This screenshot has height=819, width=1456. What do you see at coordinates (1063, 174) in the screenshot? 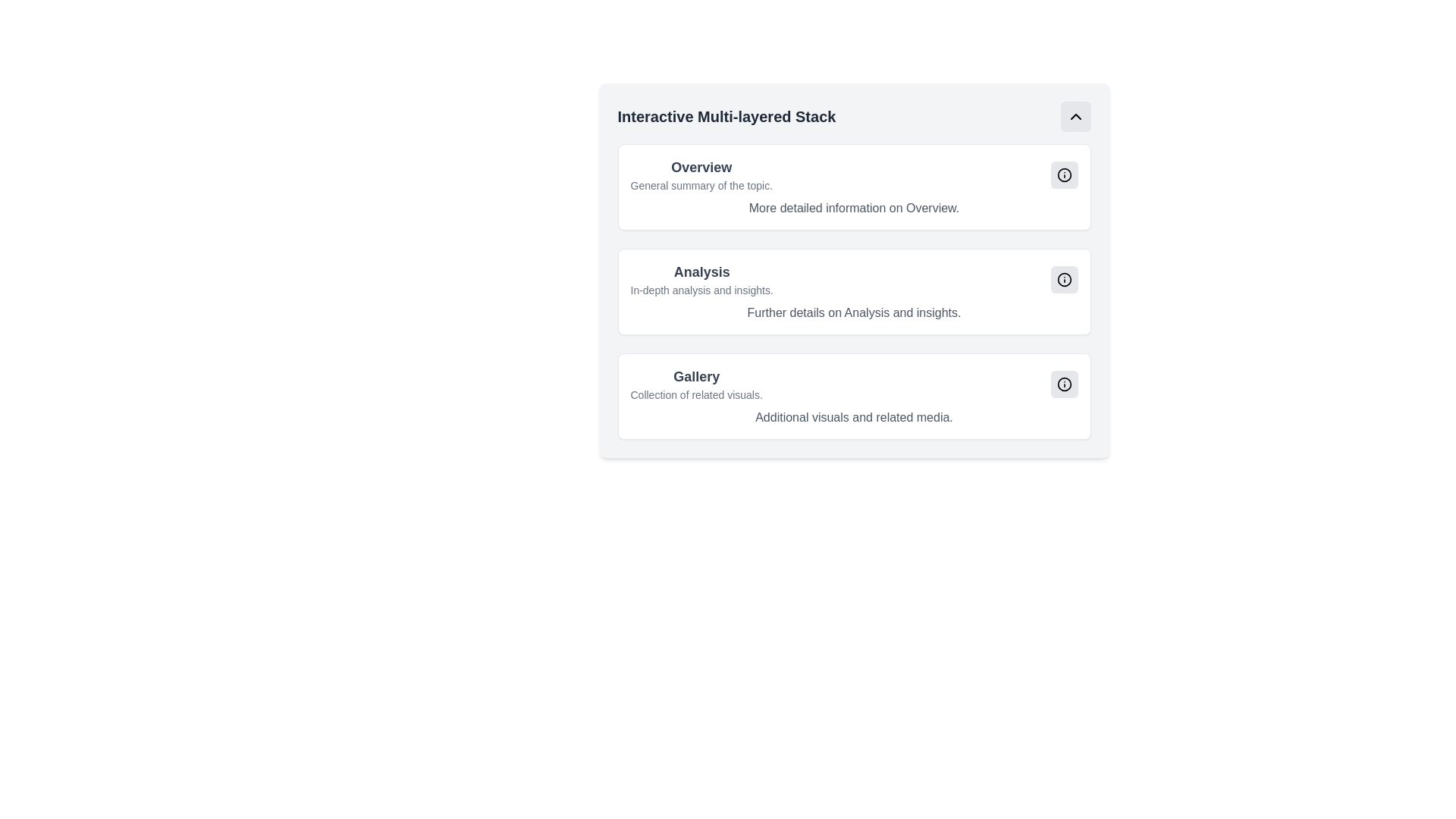
I see `the circular information icon with a light gray background and dark gray 'i' symbol located at the right end of the 'Overview' section` at bounding box center [1063, 174].